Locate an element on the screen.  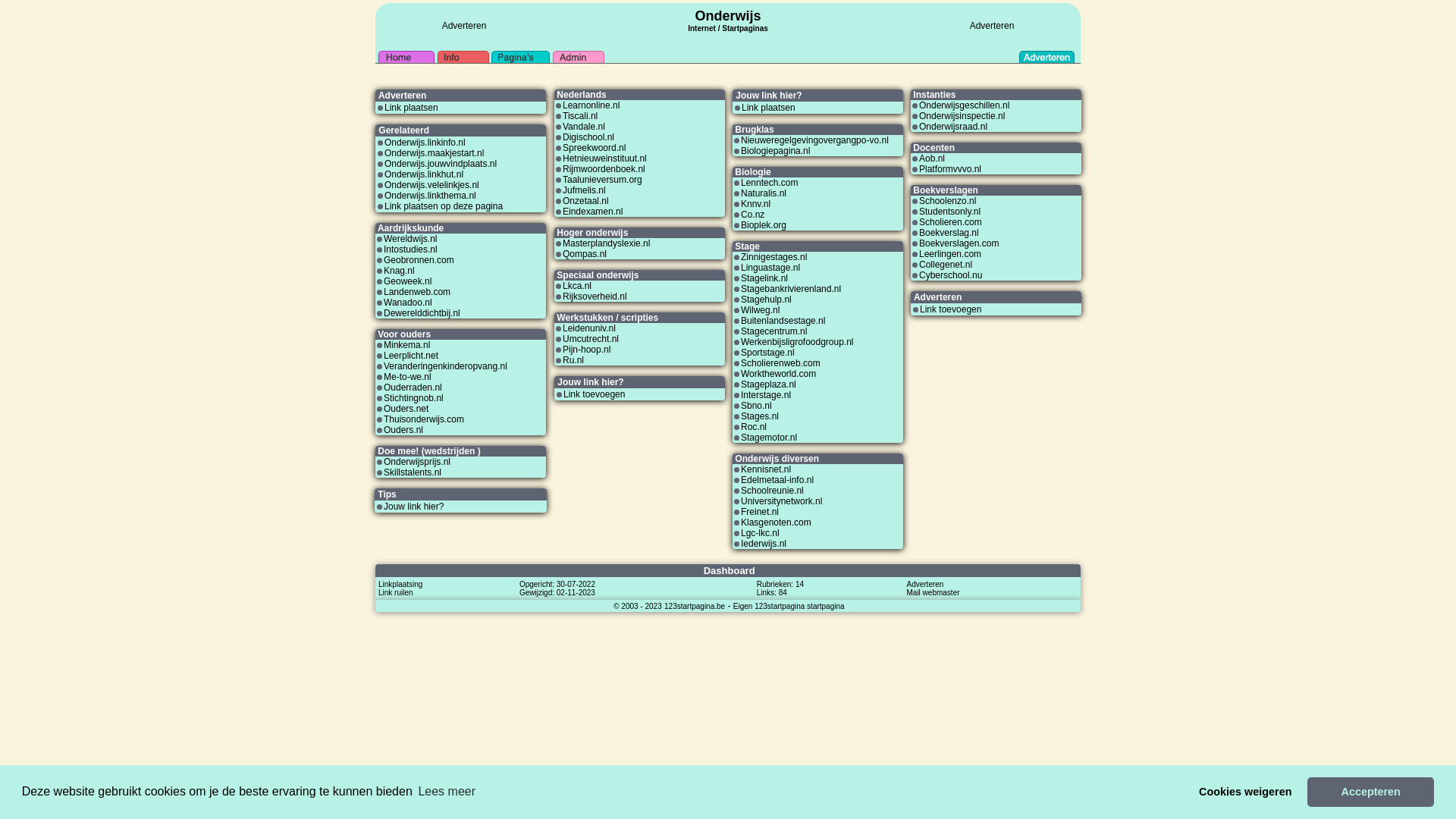
'Schoolreunie.nl' is located at coordinates (772, 491).